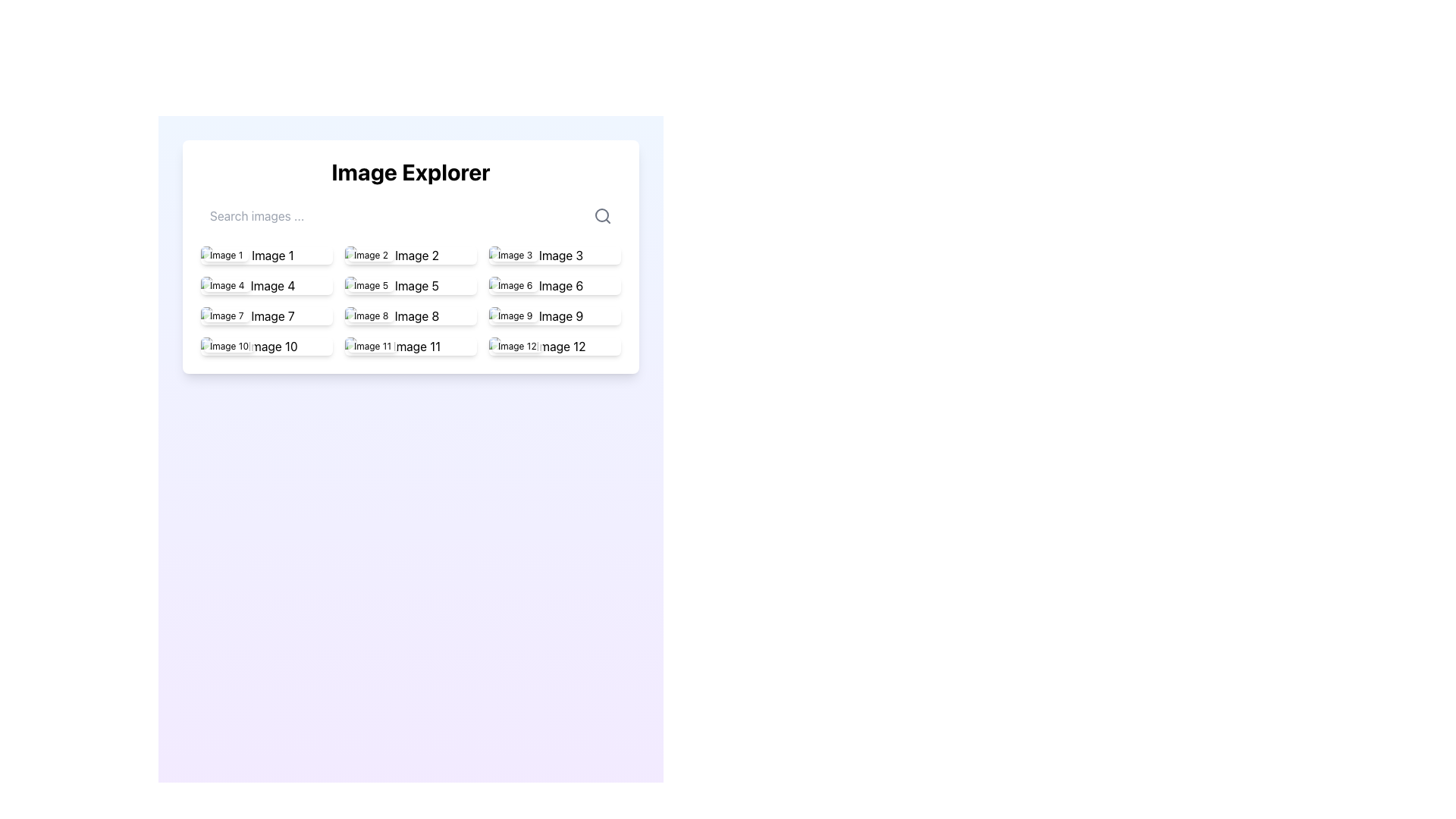 The height and width of the screenshot is (819, 1456). What do you see at coordinates (515, 286) in the screenshot?
I see `the Text Label located at the bottom left corner of Image 6, which is positioned in the second row and third column of the grid layout` at bounding box center [515, 286].